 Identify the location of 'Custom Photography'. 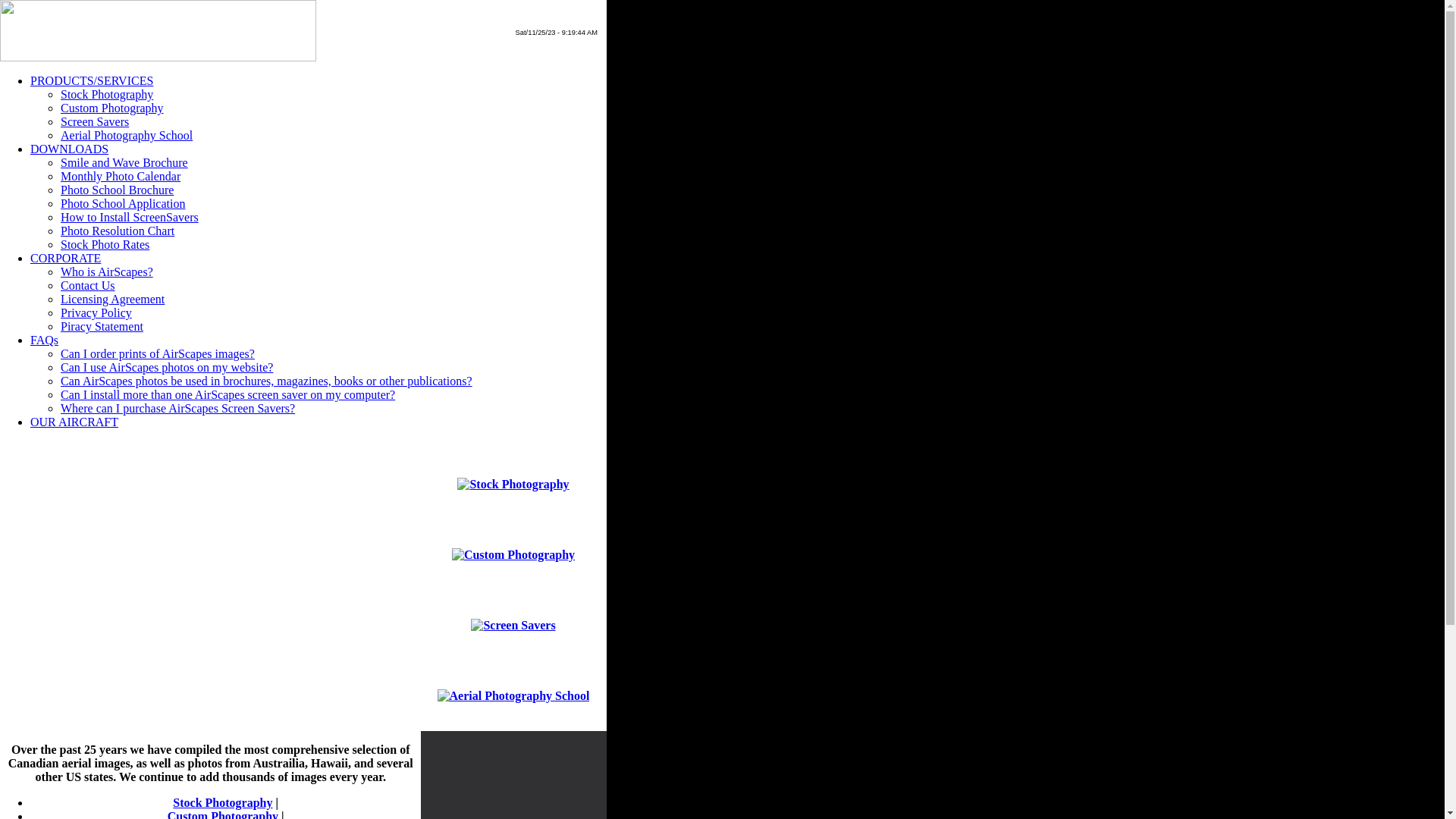
(111, 107).